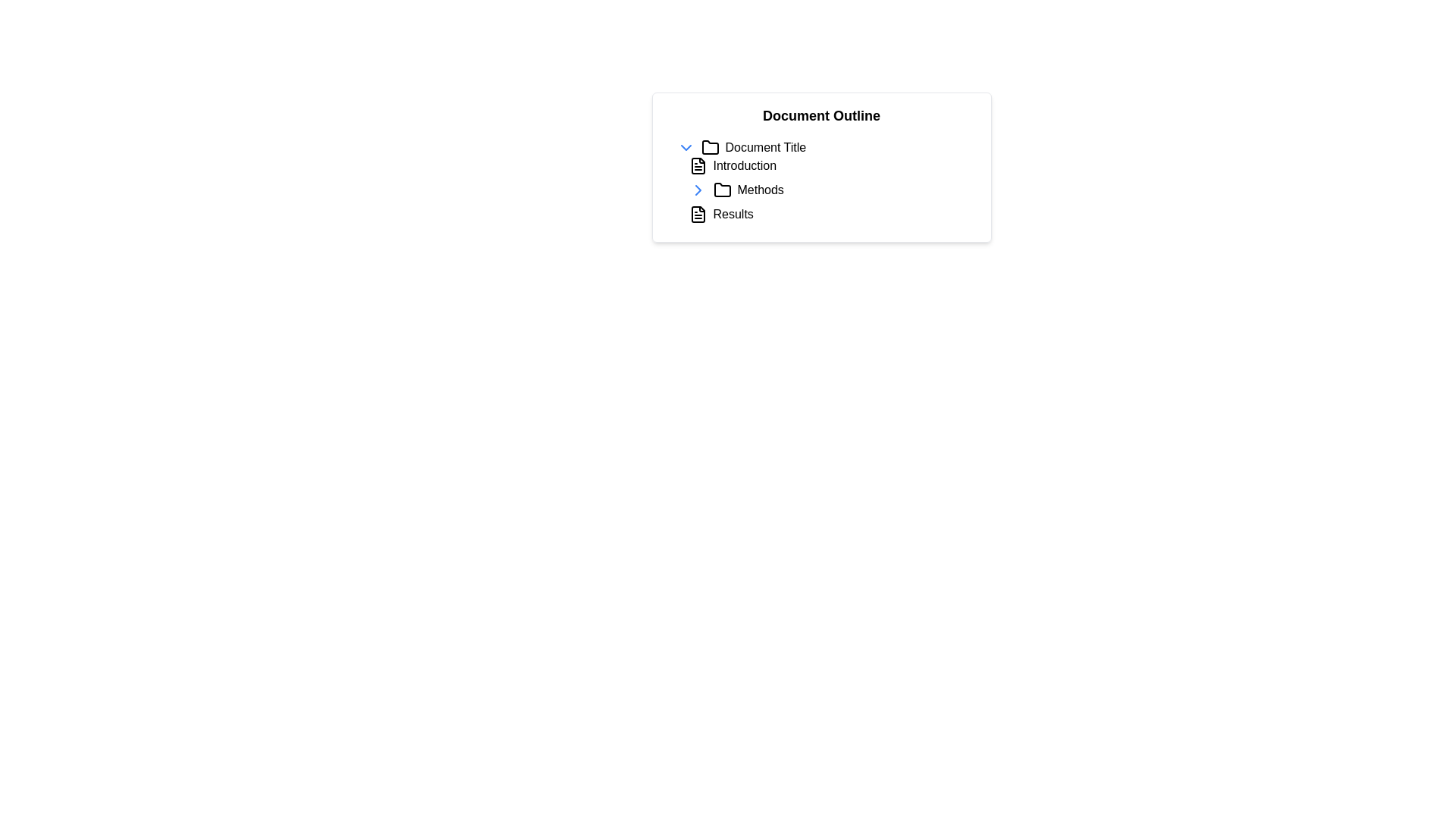 The height and width of the screenshot is (819, 1456). What do you see at coordinates (697, 189) in the screenshot?
I see `the rightward-facing chevron symbol located in the 'Methods' section, which signifies navigation or expansion` at bounding box center [697, 189].